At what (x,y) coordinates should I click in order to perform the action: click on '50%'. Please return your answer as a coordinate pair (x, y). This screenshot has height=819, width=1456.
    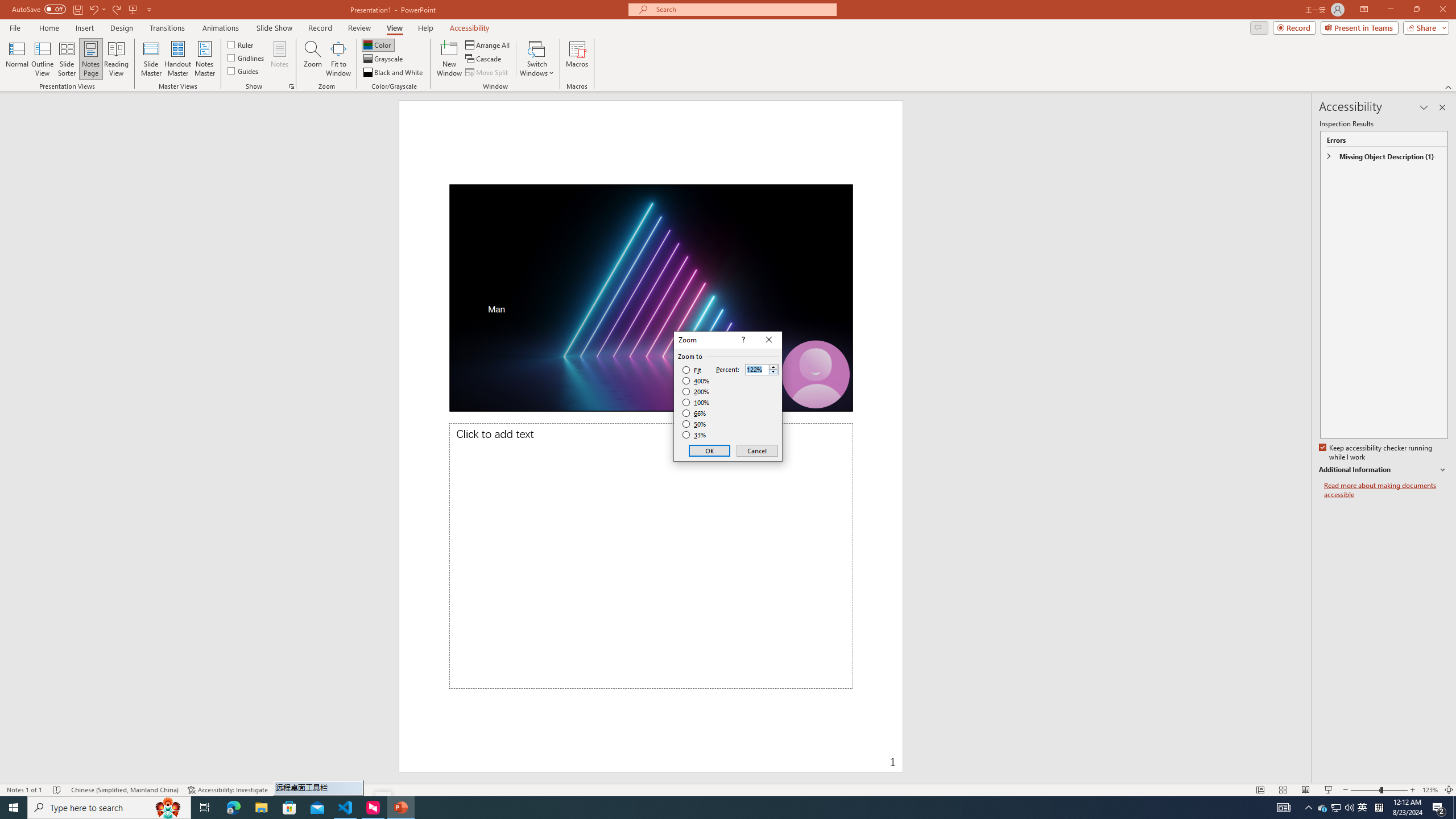
    Looking at the image, I should click on (695, 423).